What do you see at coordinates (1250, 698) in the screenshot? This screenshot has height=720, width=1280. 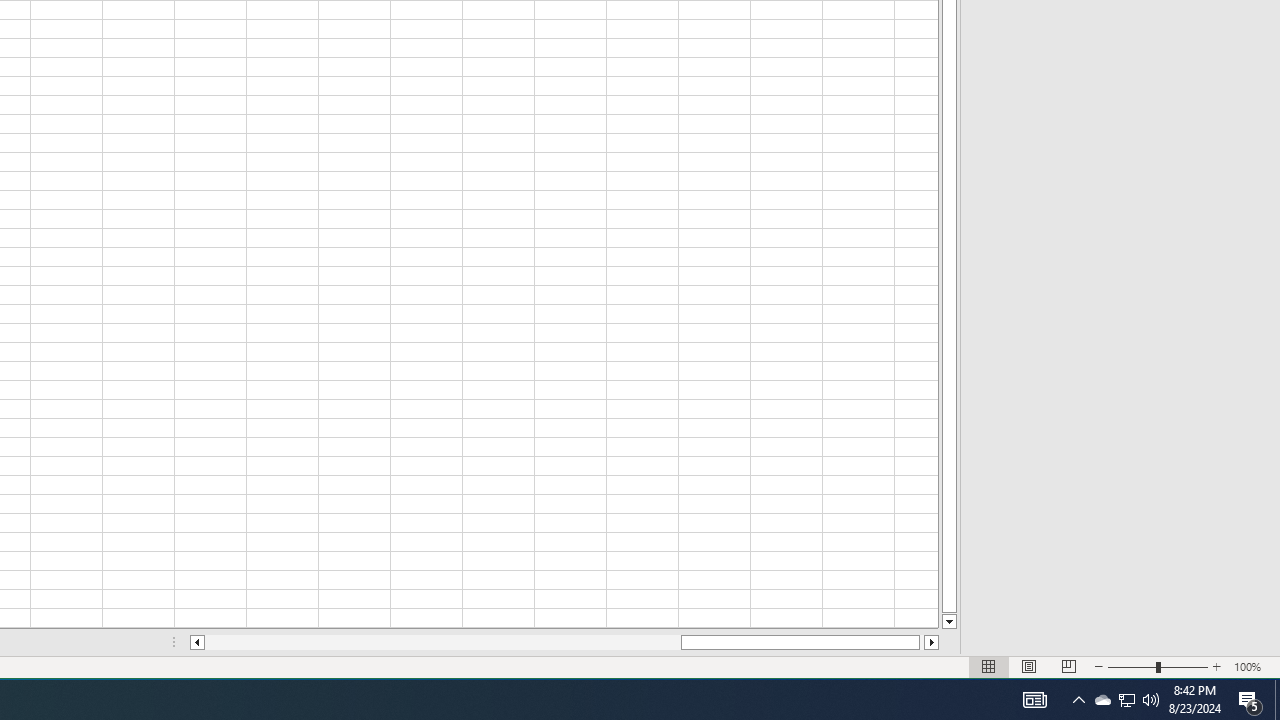 I see `'Action Center, 5 new notifications'` at bounding box center [1250, 698].